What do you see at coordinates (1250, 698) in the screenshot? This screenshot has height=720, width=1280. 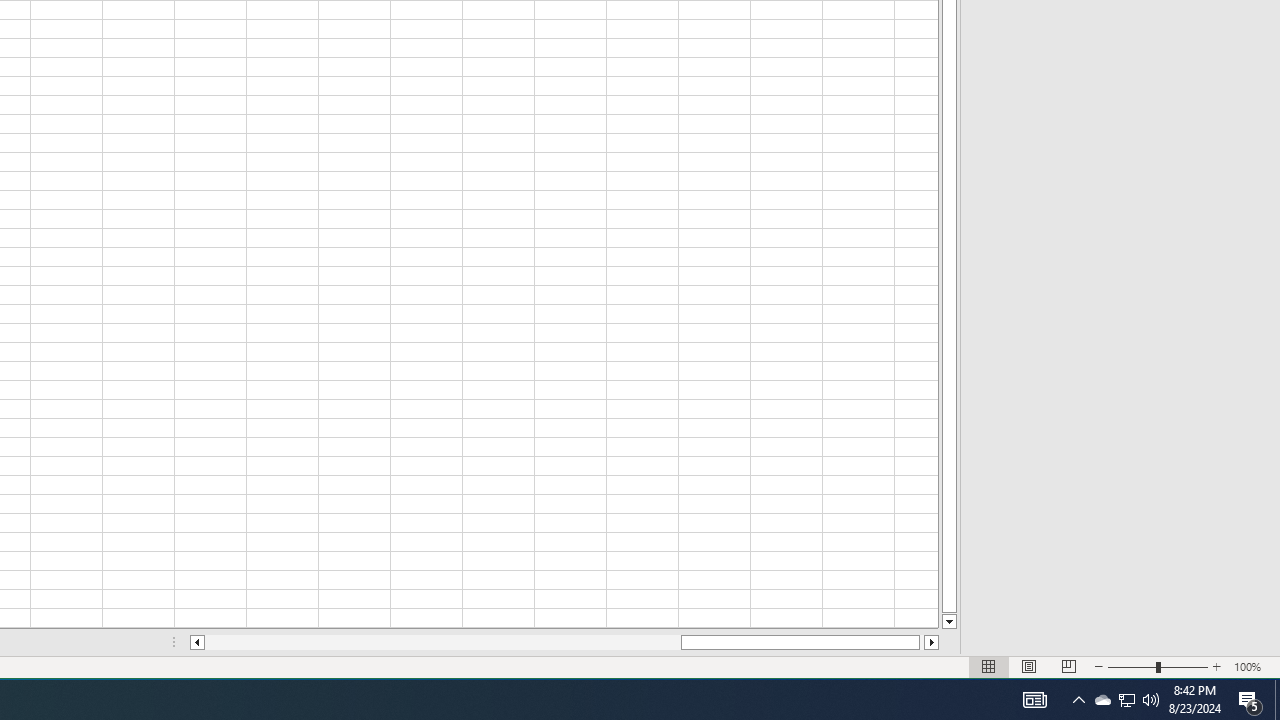 I see `'Action Center, 5 new notifications'` at bounding box center [1250, 698].